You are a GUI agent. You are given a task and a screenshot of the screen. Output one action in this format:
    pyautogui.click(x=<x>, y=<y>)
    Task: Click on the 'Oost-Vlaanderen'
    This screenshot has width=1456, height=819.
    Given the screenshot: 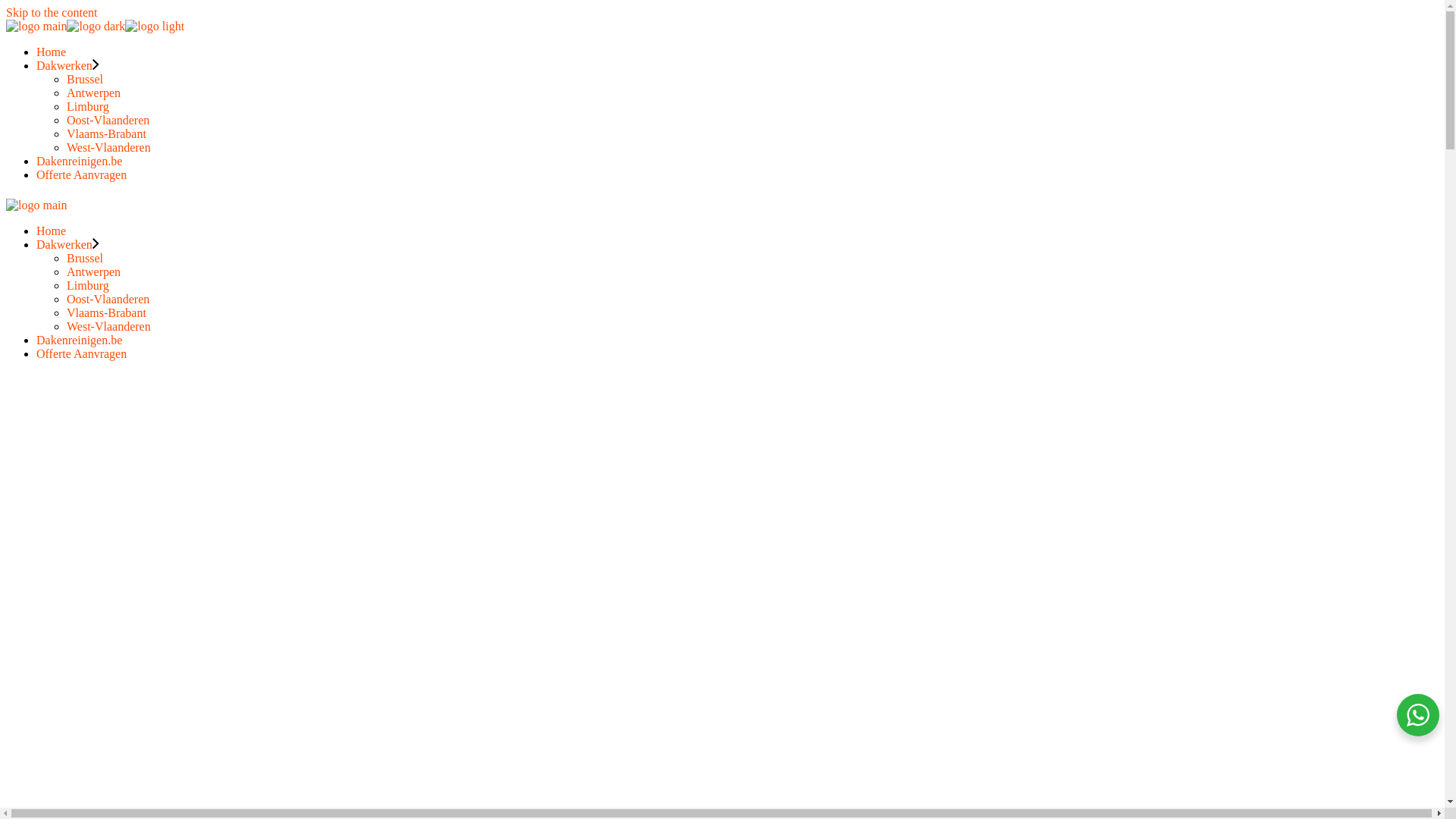 What is the action you would take?
    pyautogui.click(x=65, y=299)
    